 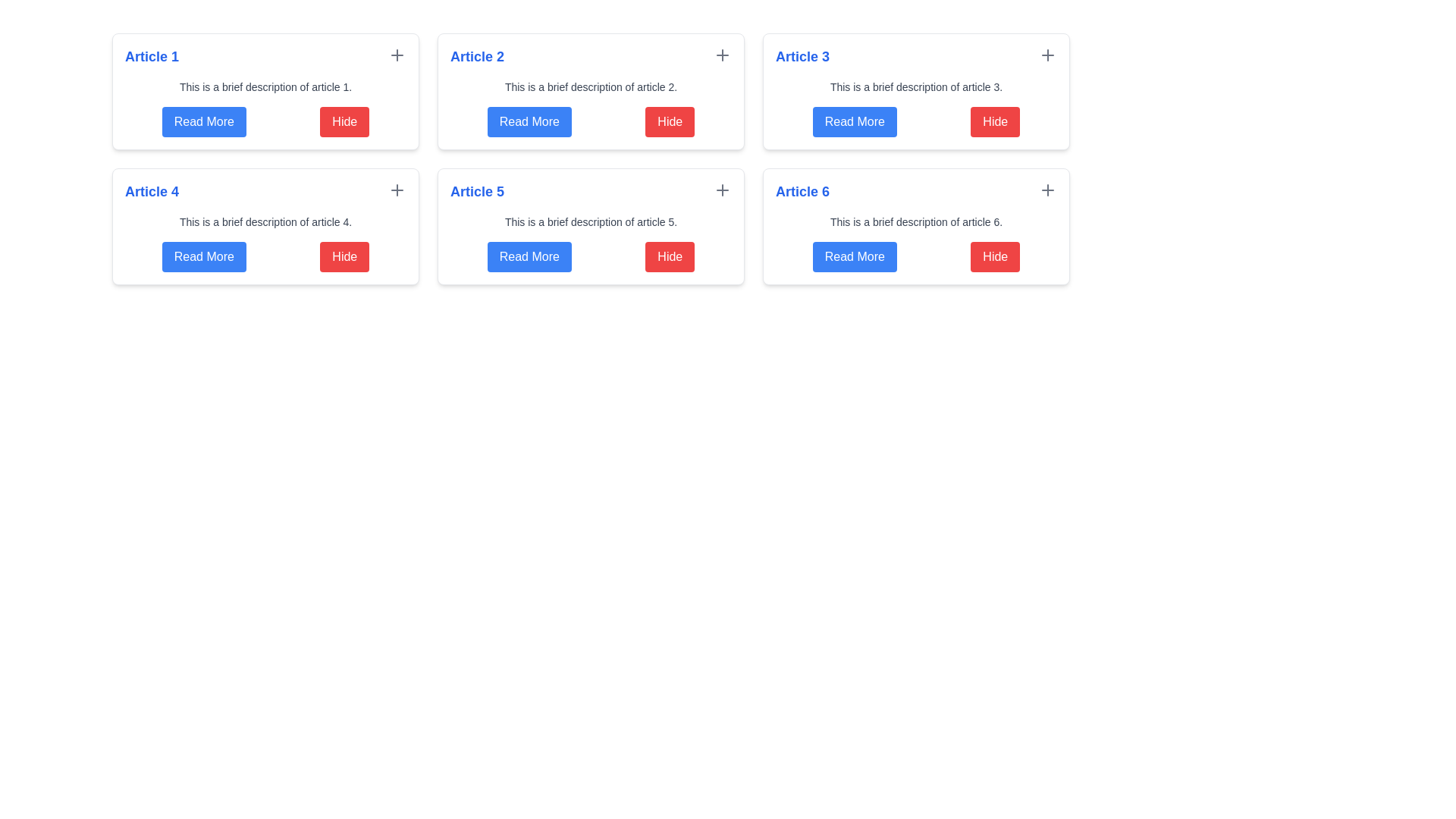 I want to click on the 'Hide' button in the button group located at the bottom of the card for 'Article 3', so click(x=915, y=121).